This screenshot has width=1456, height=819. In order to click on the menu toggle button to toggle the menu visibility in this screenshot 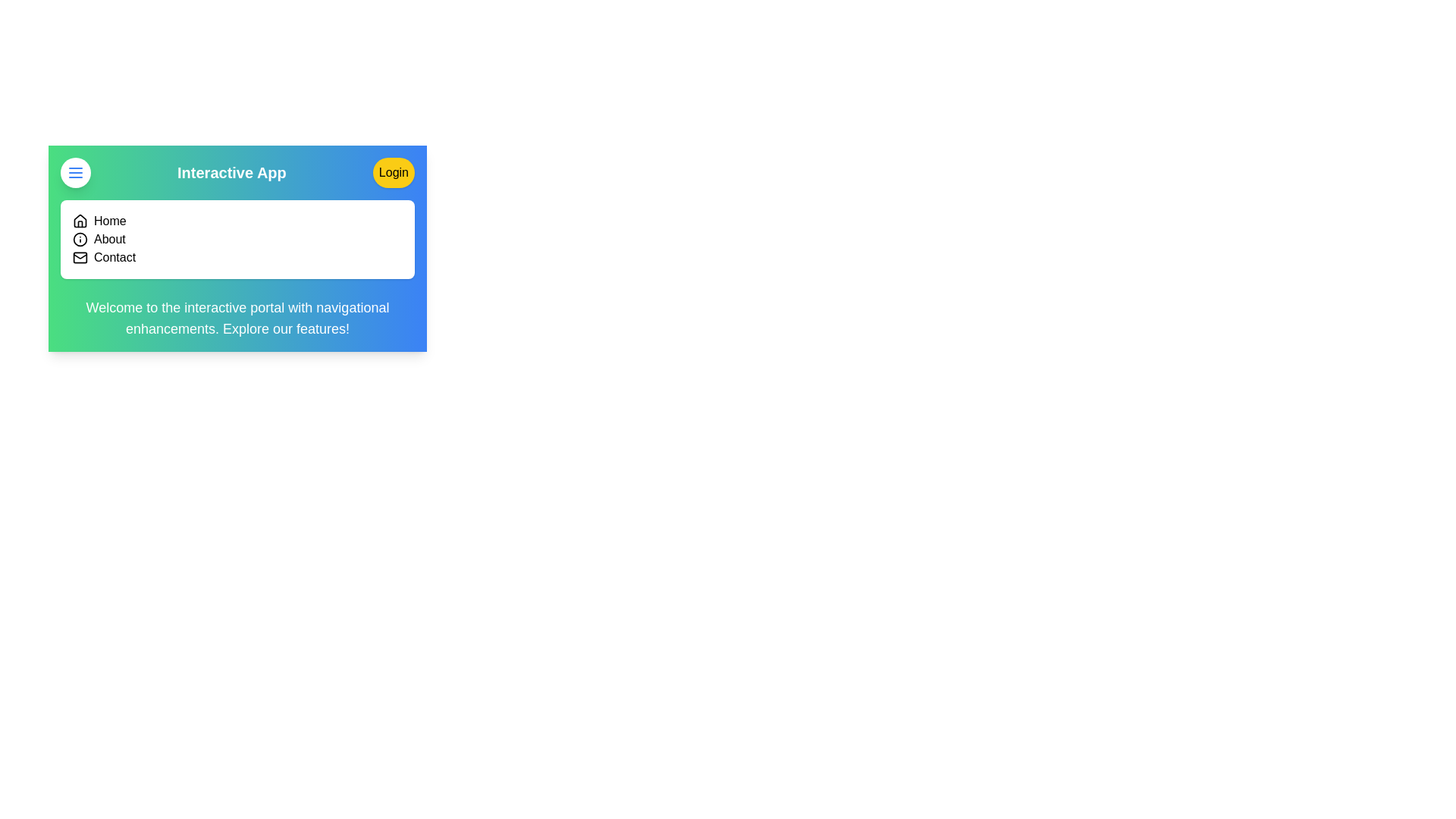, I will do `click(75, 171)`.